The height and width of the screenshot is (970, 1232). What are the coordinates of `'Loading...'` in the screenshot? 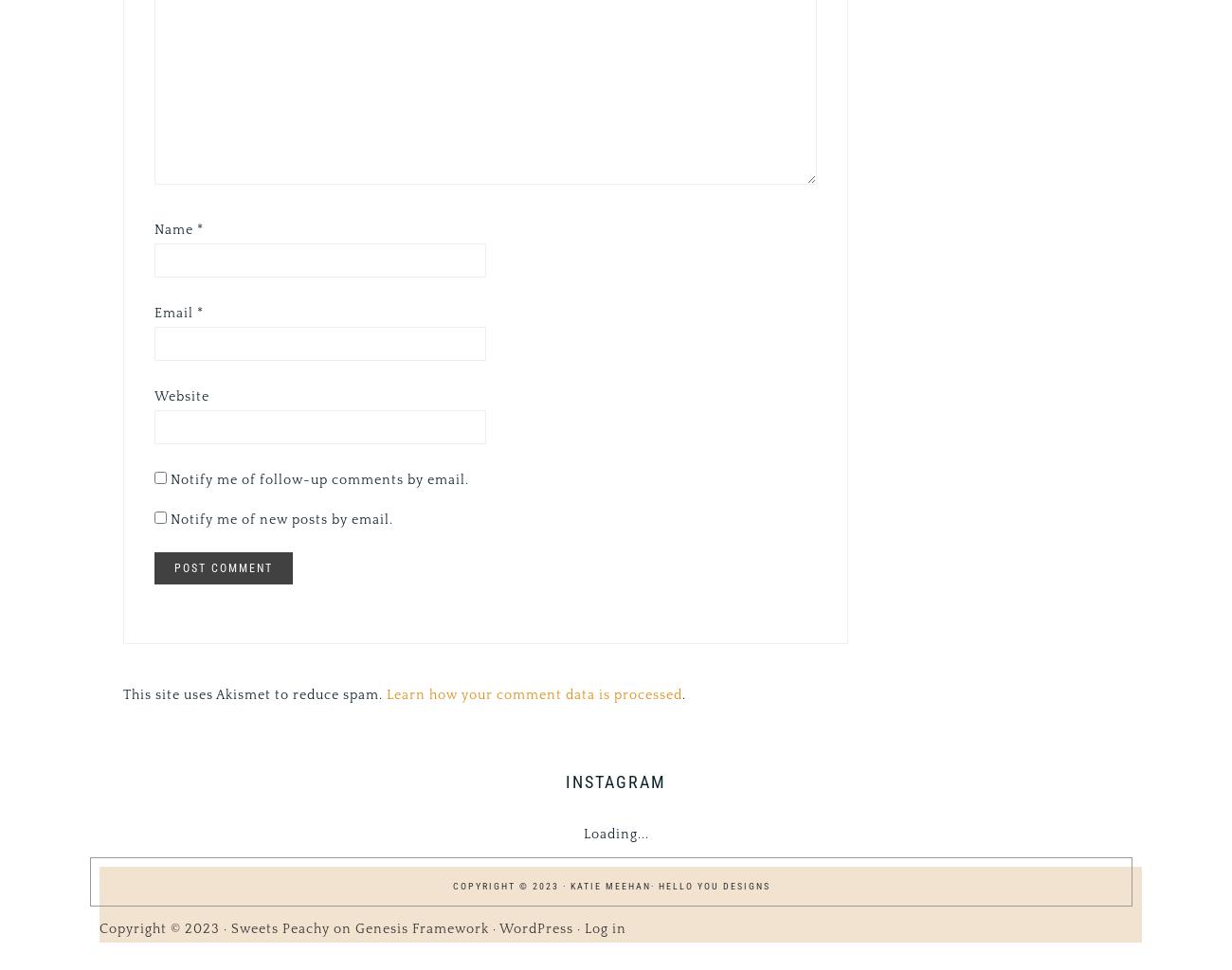 It's located at (615, 834).